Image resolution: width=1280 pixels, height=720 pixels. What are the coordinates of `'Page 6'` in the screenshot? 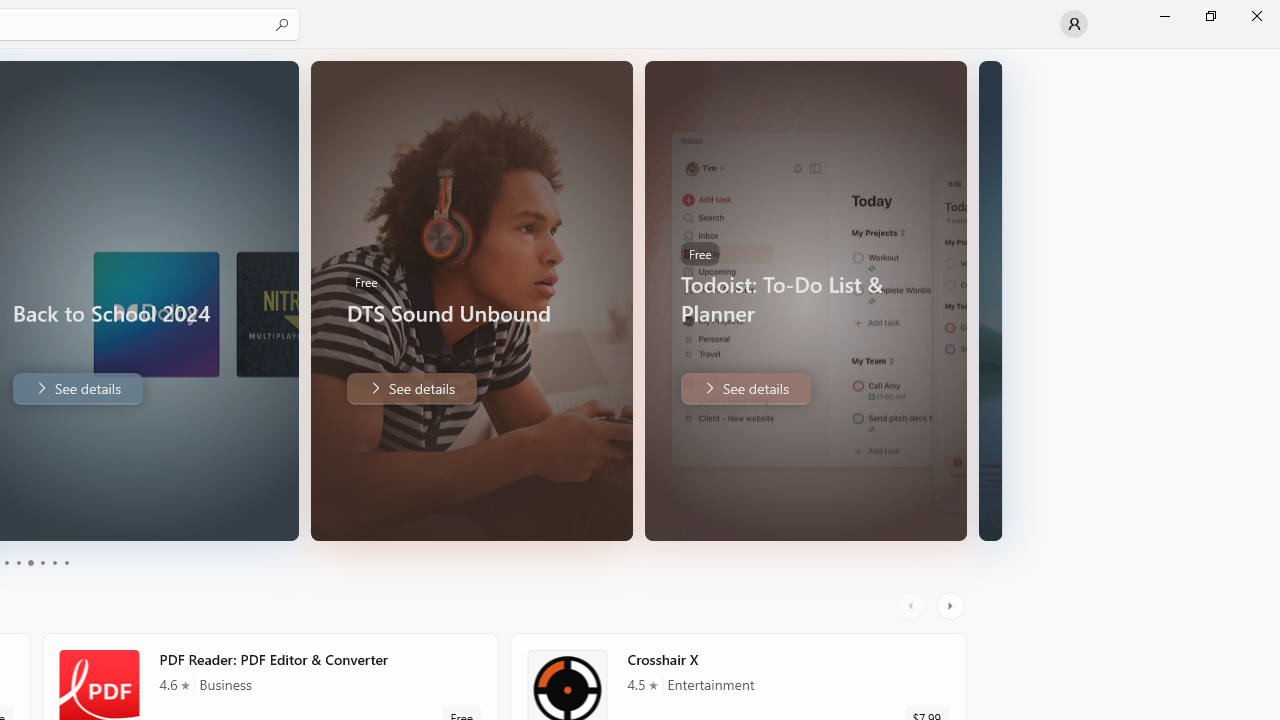 It's located at (65, 563).